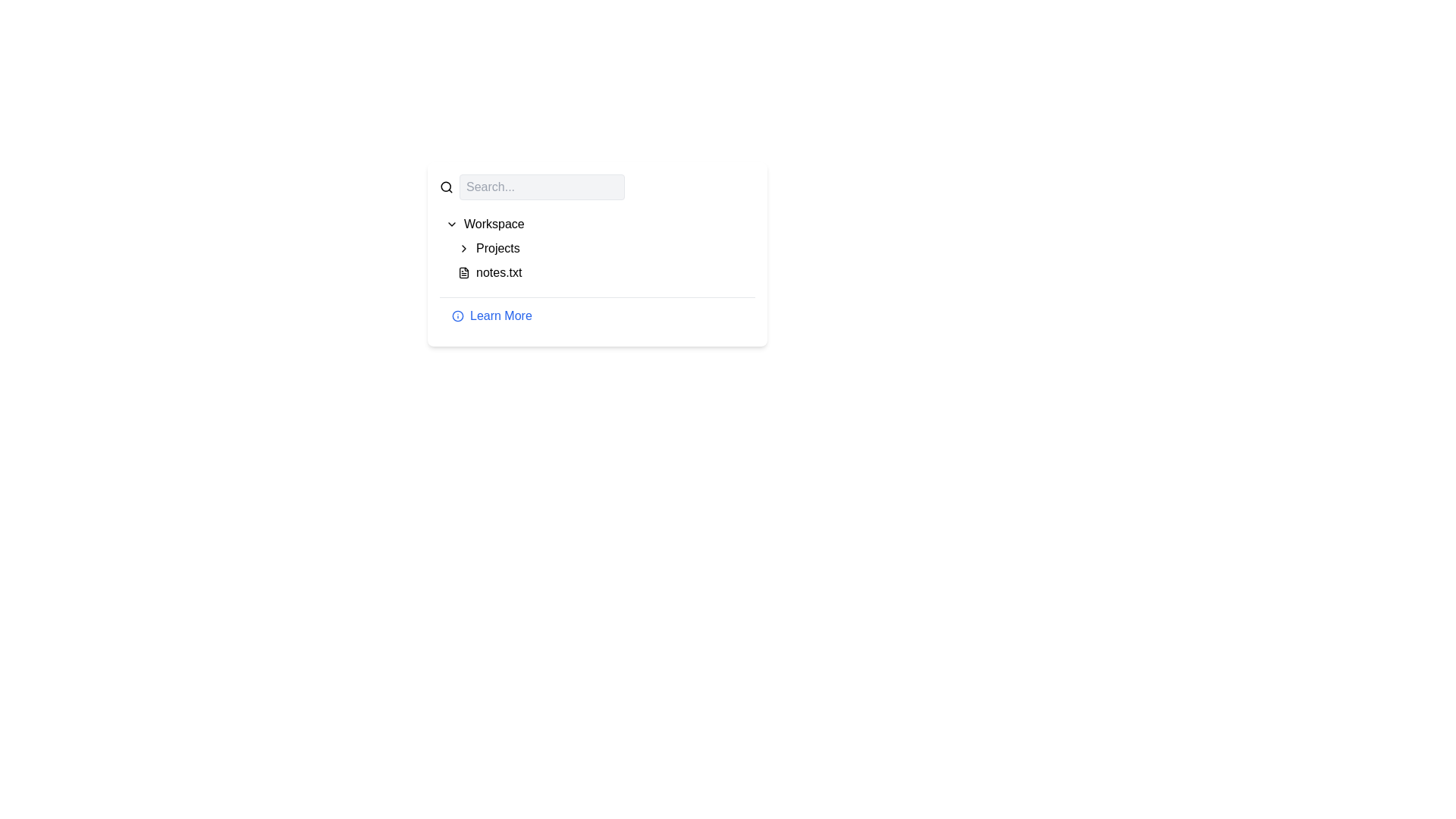  Describe the element at coordinates (446, 186) in the screenshot. I see `the magnifying glass icon located at the leftmost position of the horizontal layout` at that location.